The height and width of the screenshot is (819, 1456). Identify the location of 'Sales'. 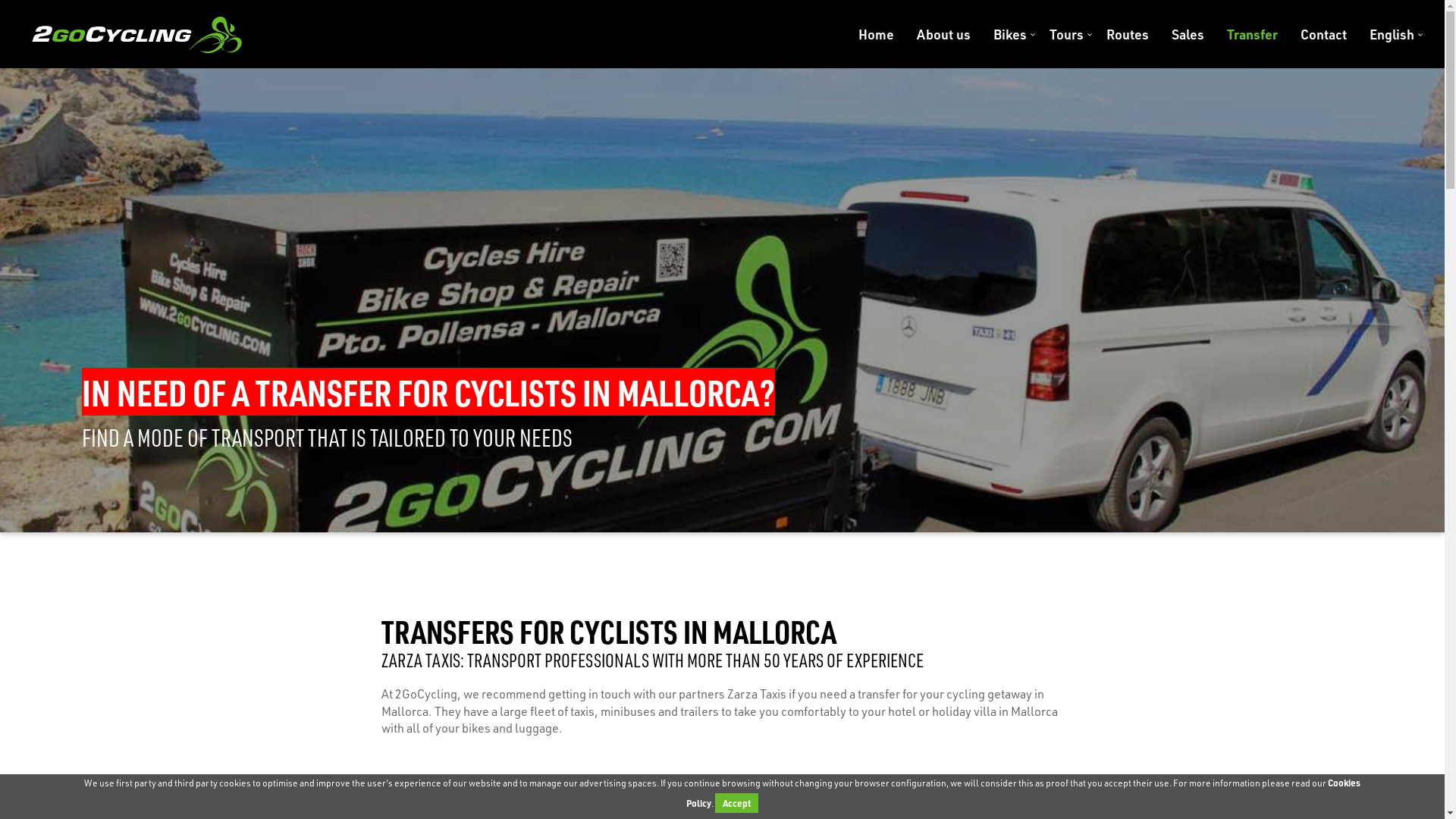
(1187, 34).